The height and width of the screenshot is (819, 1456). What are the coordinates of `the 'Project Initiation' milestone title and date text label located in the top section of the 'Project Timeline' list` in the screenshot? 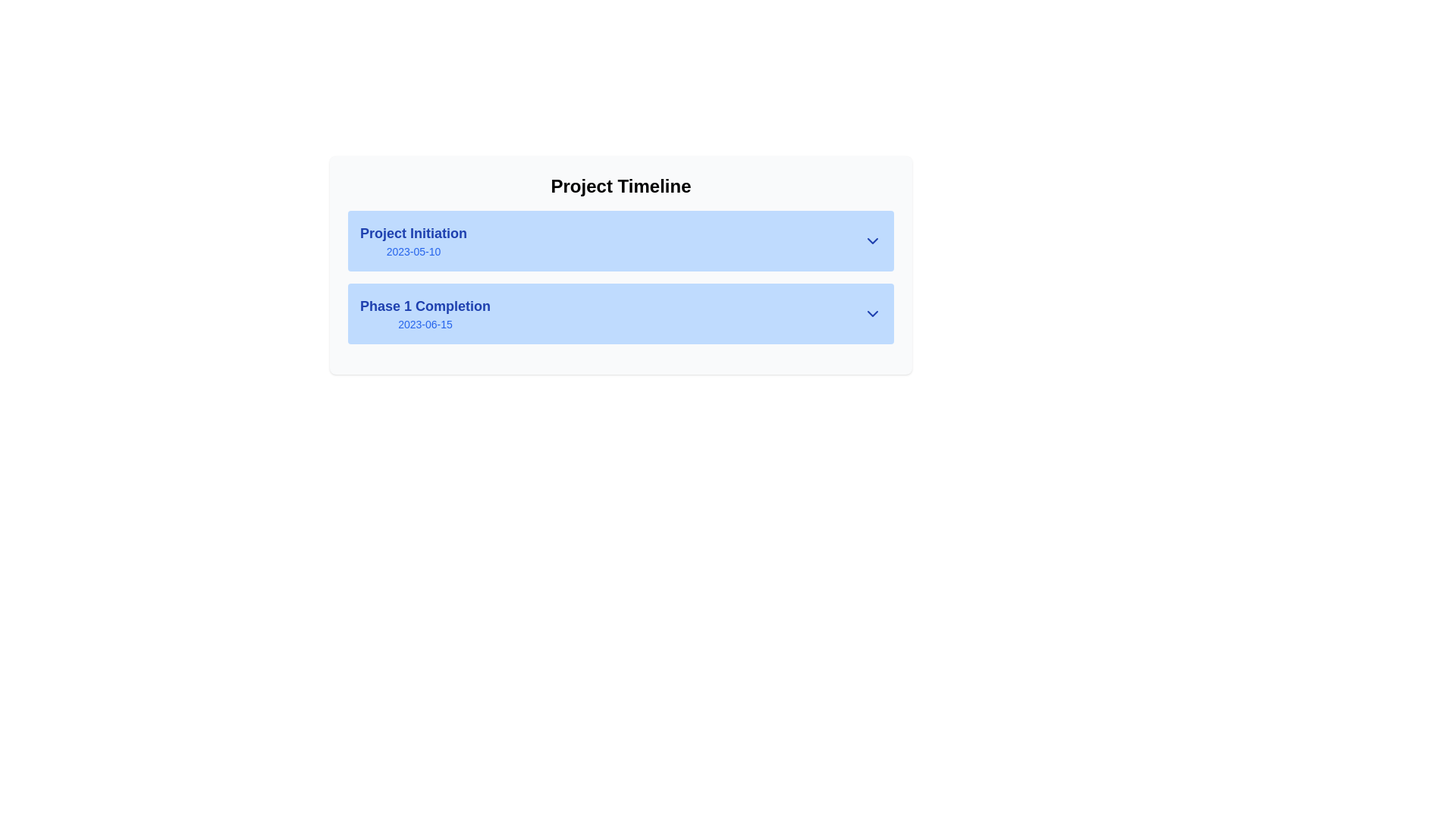 It's located at (413, 240).